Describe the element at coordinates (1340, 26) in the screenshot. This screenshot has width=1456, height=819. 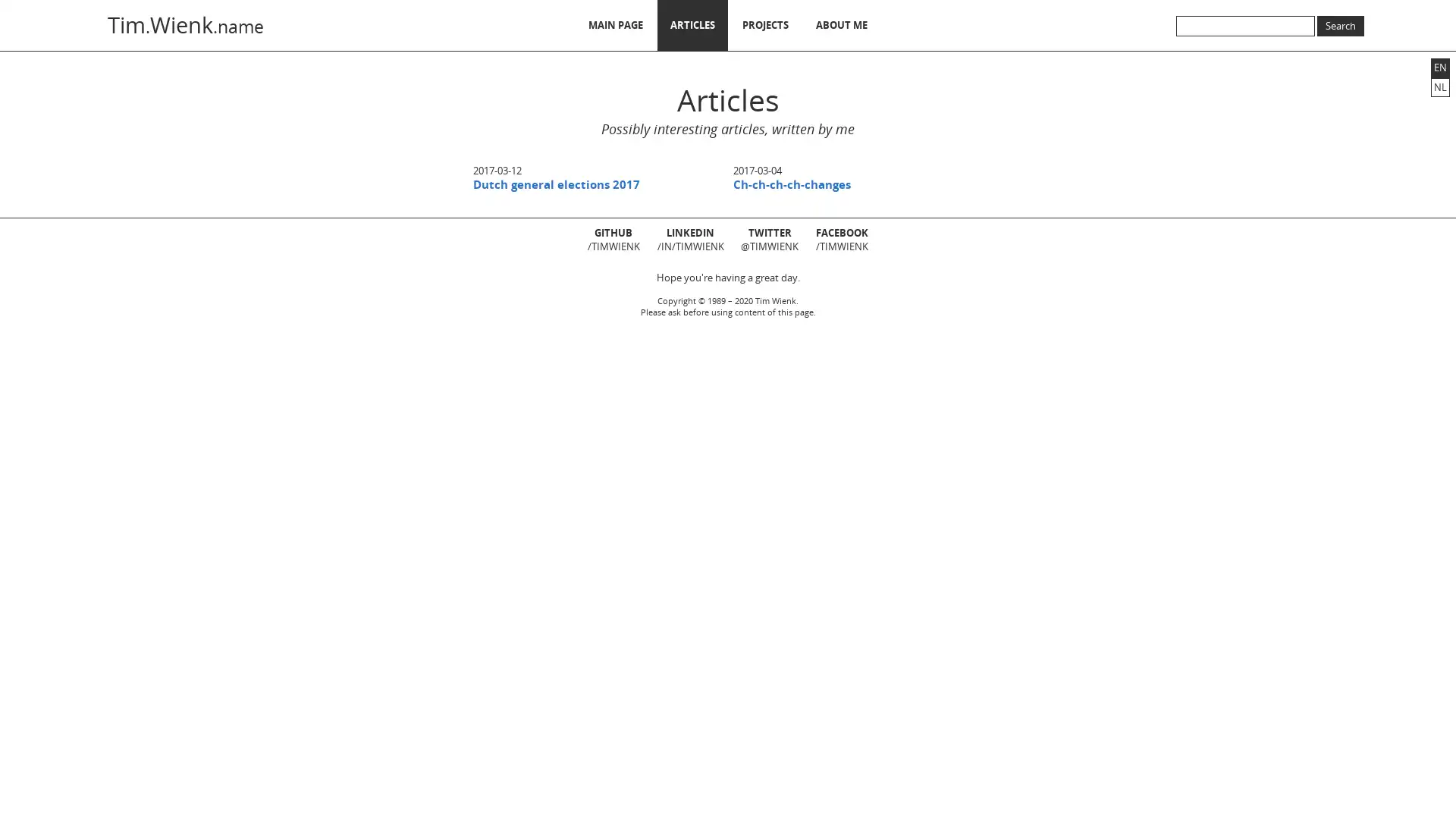
I see `Search` at that location.